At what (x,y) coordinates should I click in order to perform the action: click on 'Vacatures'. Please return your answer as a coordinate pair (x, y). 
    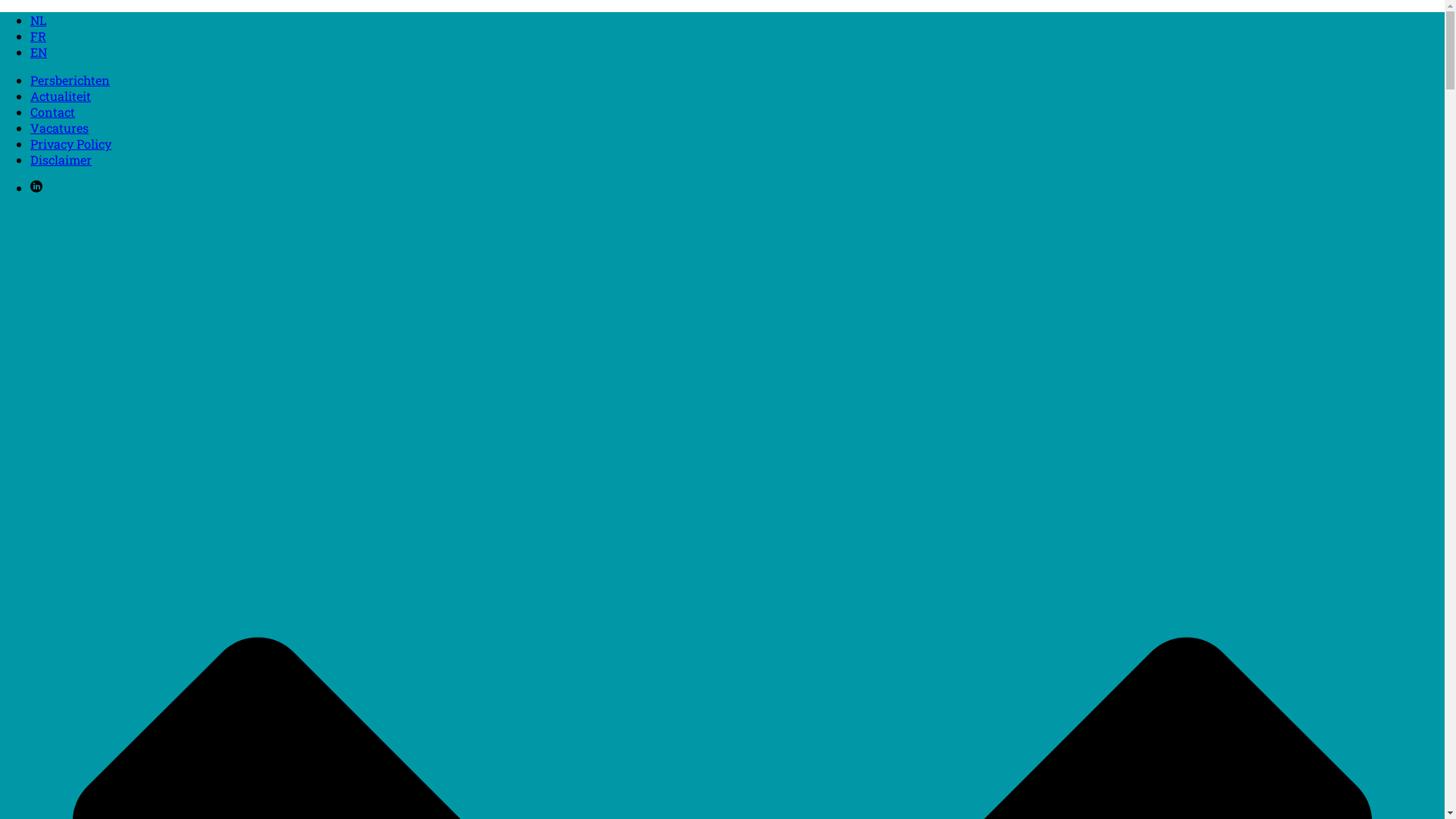
    Looking at the image, I should click on (59, 127).